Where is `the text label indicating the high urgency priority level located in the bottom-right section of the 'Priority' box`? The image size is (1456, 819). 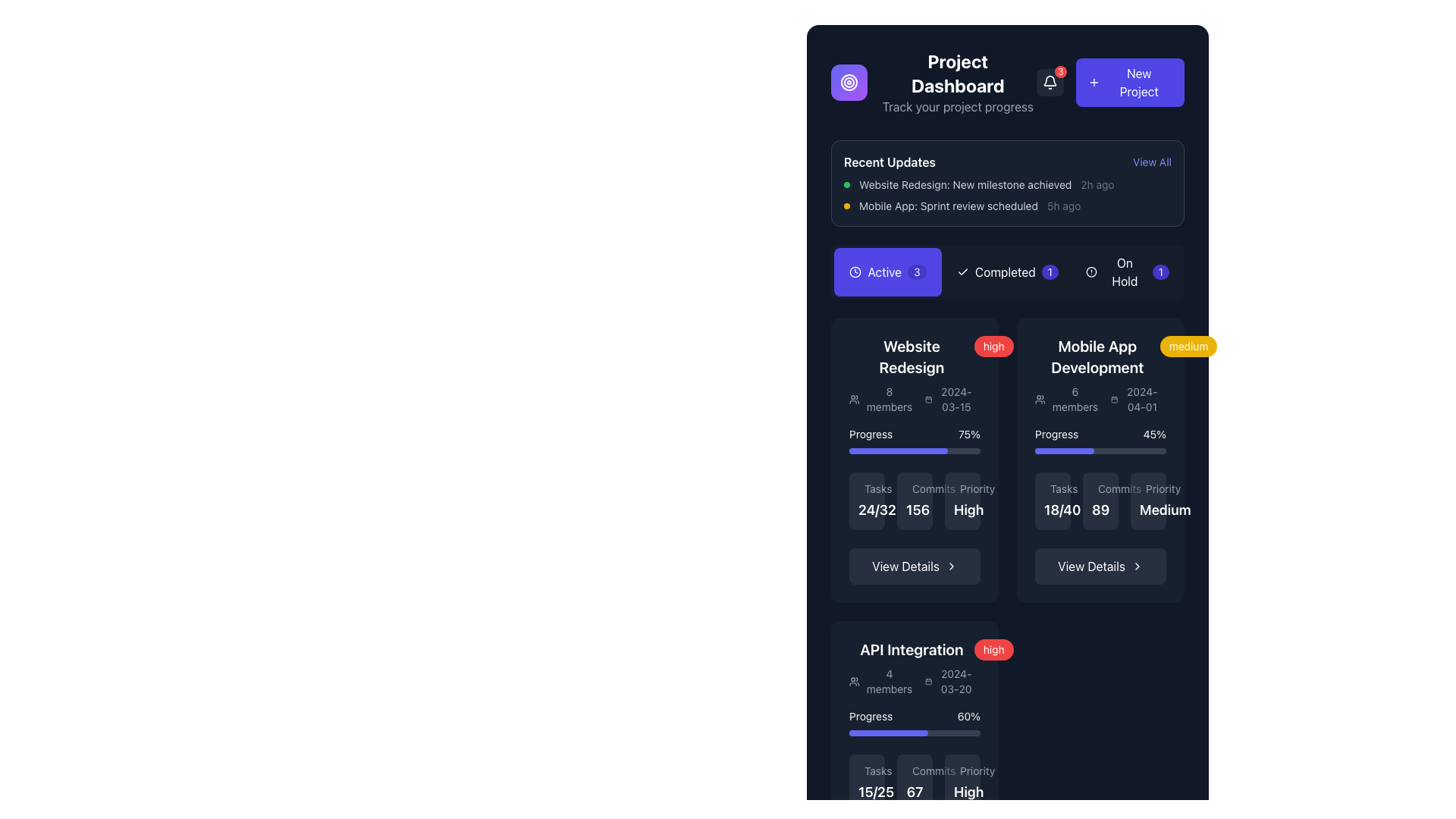 the text label indicating the high urgency priority level located in the bottom-right section of the 'Priority' box is located at coordinates (962, 500).